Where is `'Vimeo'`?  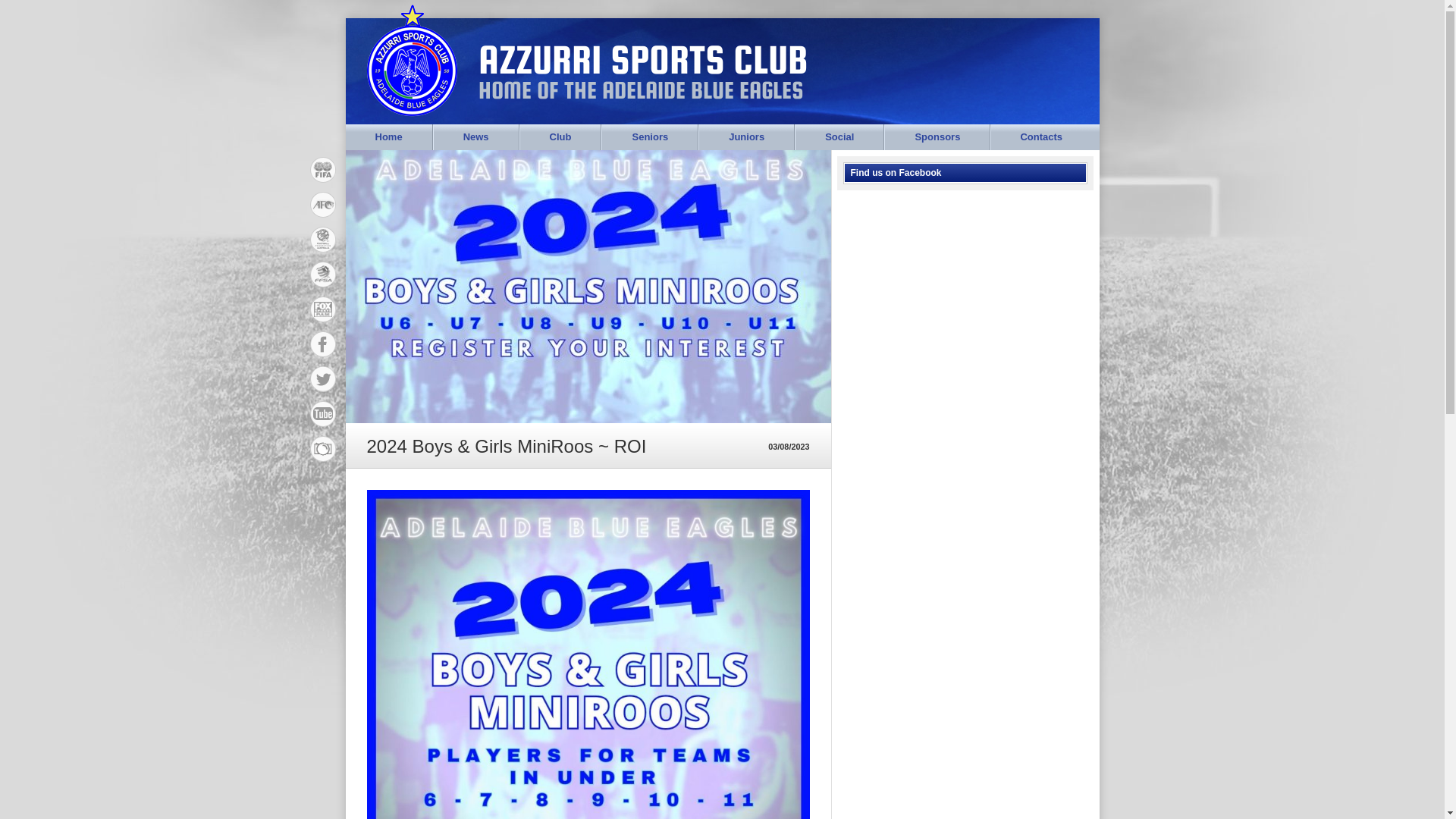 'Vimeo' is located at coordinates (322, 414).